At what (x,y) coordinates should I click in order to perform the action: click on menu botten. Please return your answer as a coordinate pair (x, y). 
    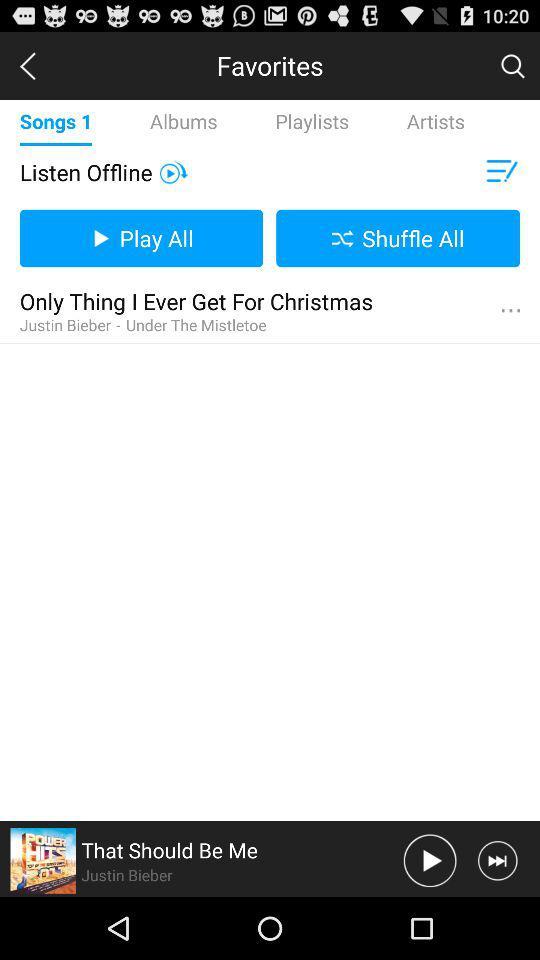
    Looking at the image, I should click on (510, 311).